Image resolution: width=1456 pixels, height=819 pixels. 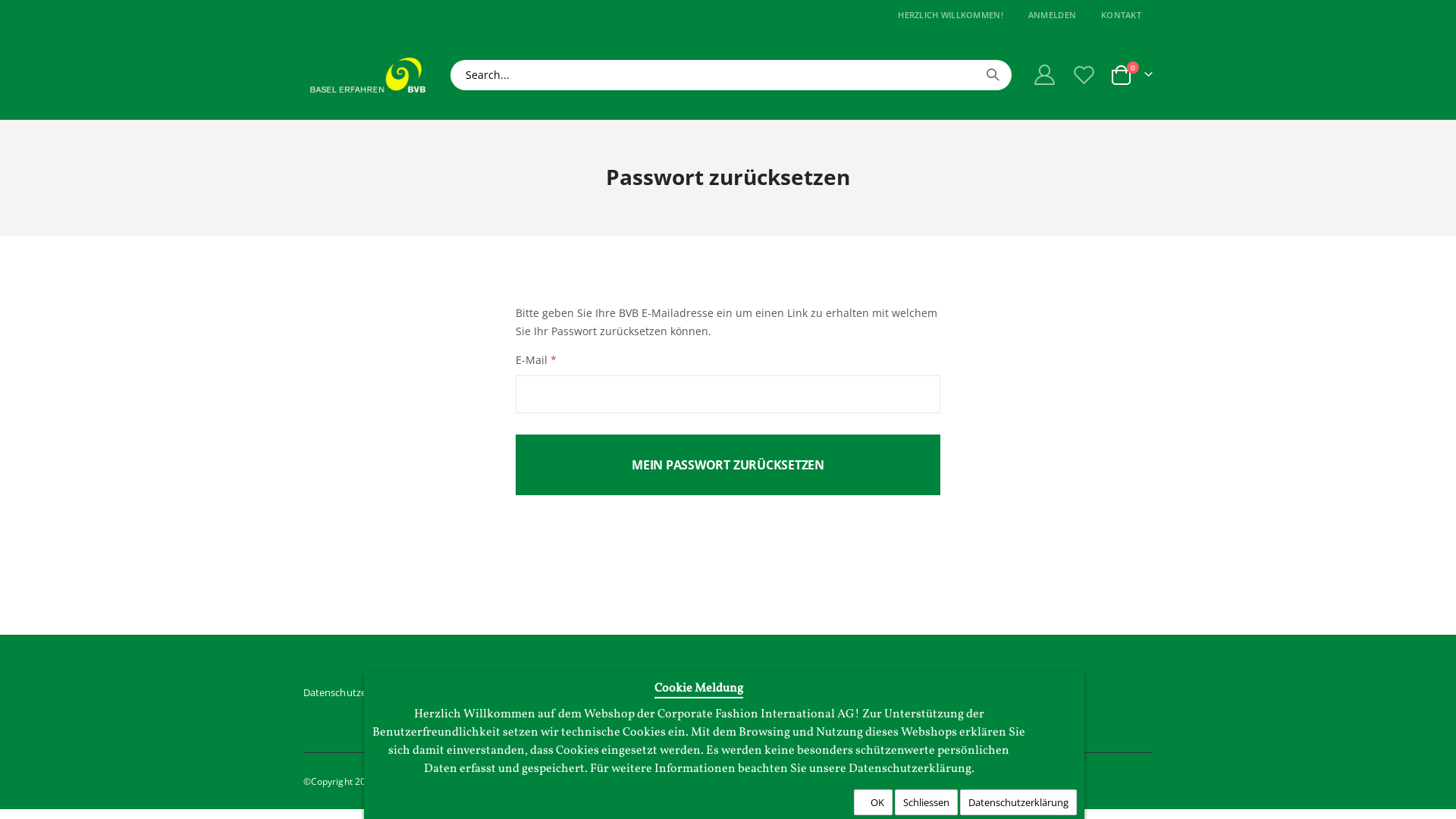 I want to click on 'KONTAKT', so click(x=1121, y=14).